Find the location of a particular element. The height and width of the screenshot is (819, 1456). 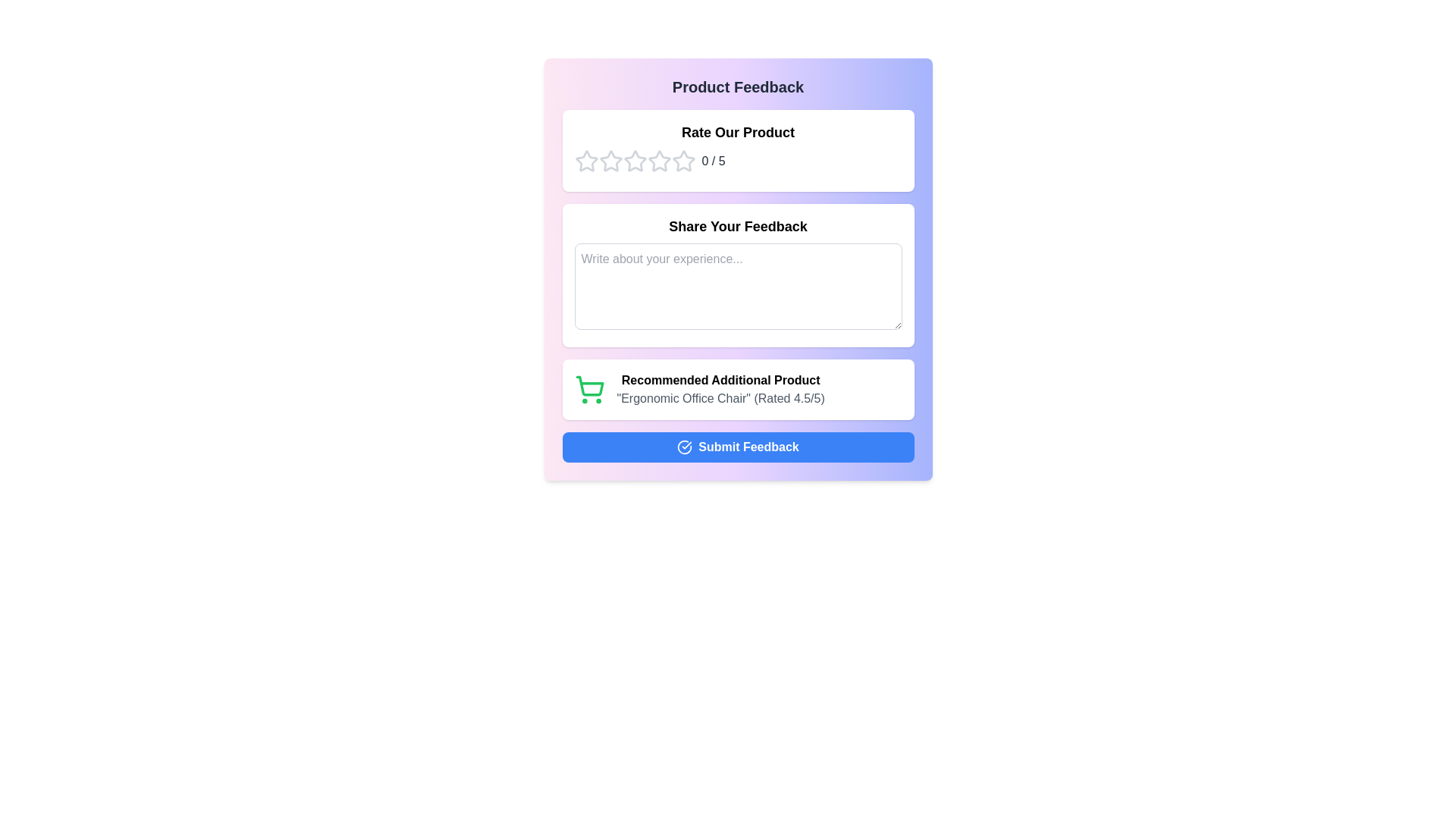

the main basket part of the shopping cart icon, which is the central component of the SVG representation, located between the two wheels is located at coordinates (588, 385).